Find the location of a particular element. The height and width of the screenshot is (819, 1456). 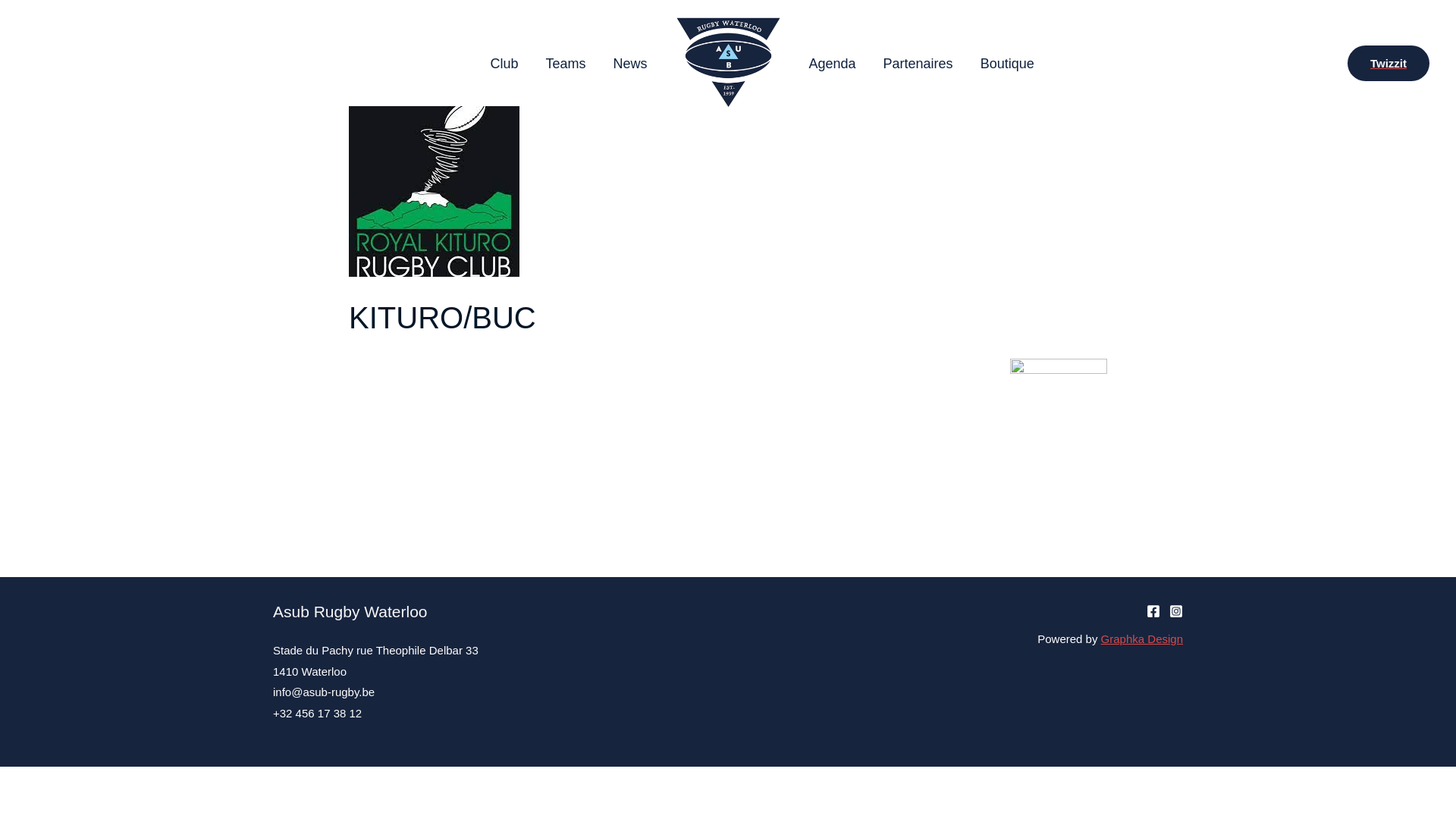

'Partenaires' is located at coordinates (917, 62).